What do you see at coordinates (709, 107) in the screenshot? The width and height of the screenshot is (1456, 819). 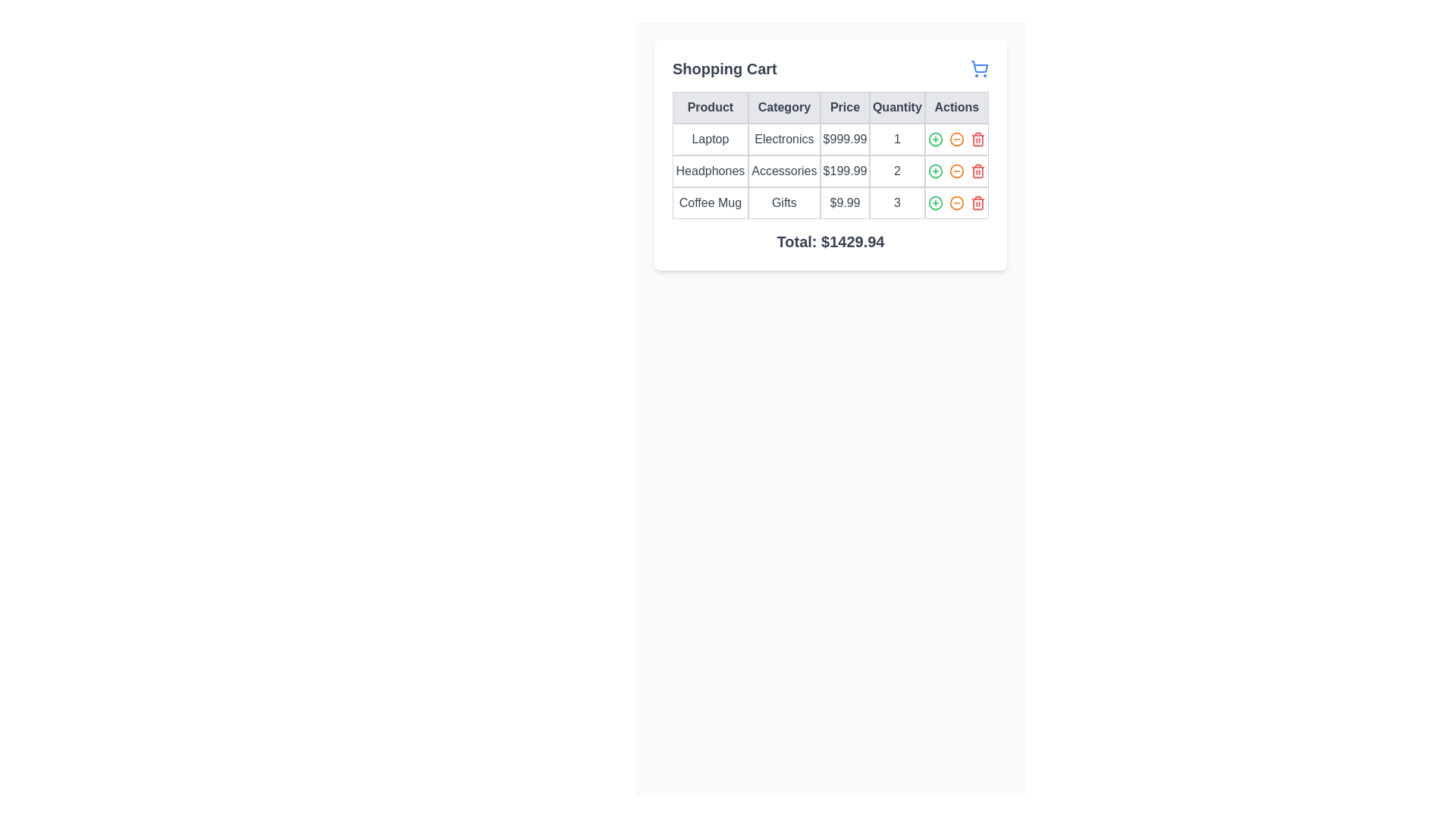 I see `the 'Product' column header cell in the table, which is the first header cell located in the top-left area of the table, above the 'Laptop' entry` at bounding box center [709, 107].